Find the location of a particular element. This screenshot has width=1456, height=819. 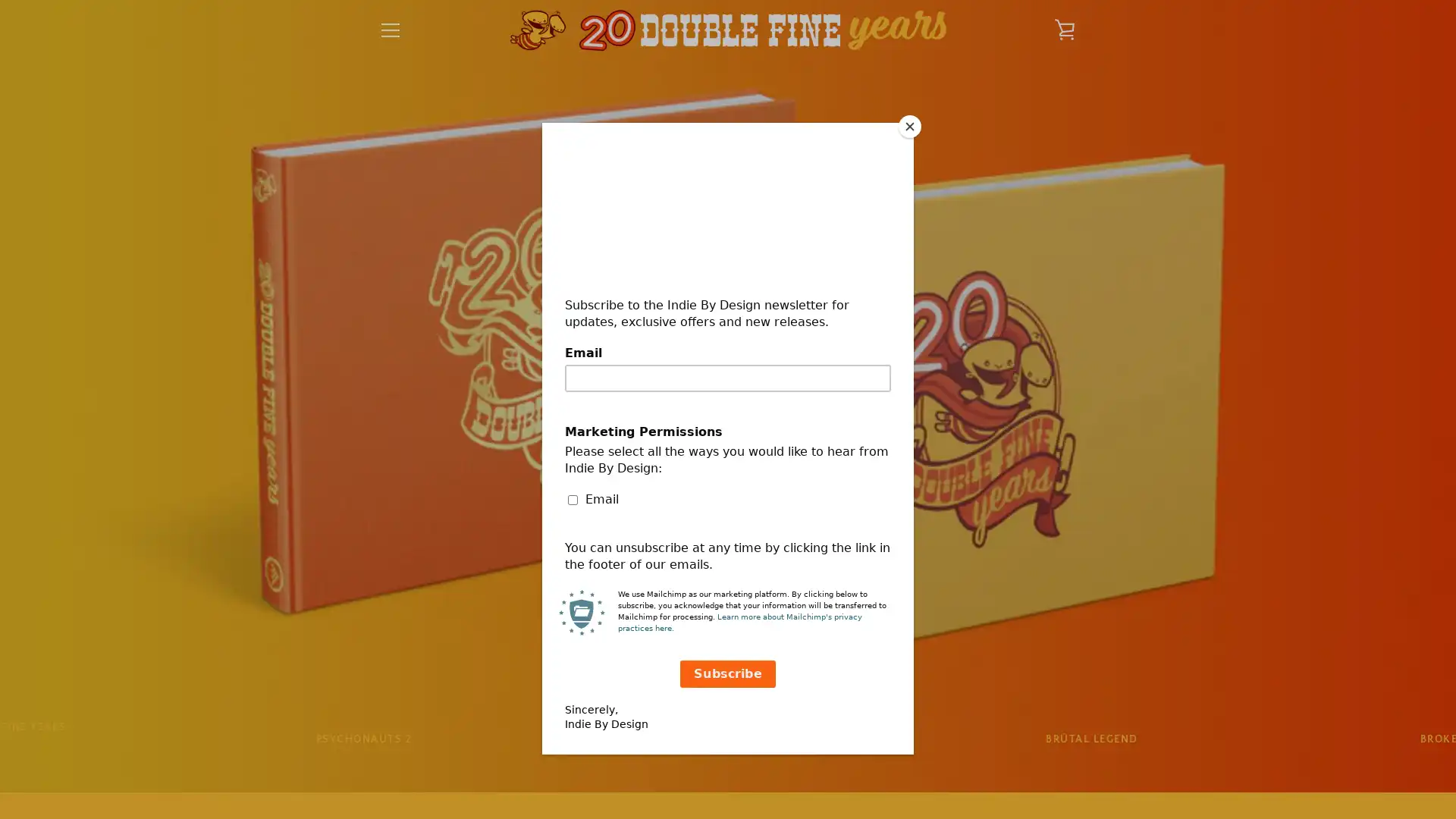

Shop now is located at coordinates (728, 485).